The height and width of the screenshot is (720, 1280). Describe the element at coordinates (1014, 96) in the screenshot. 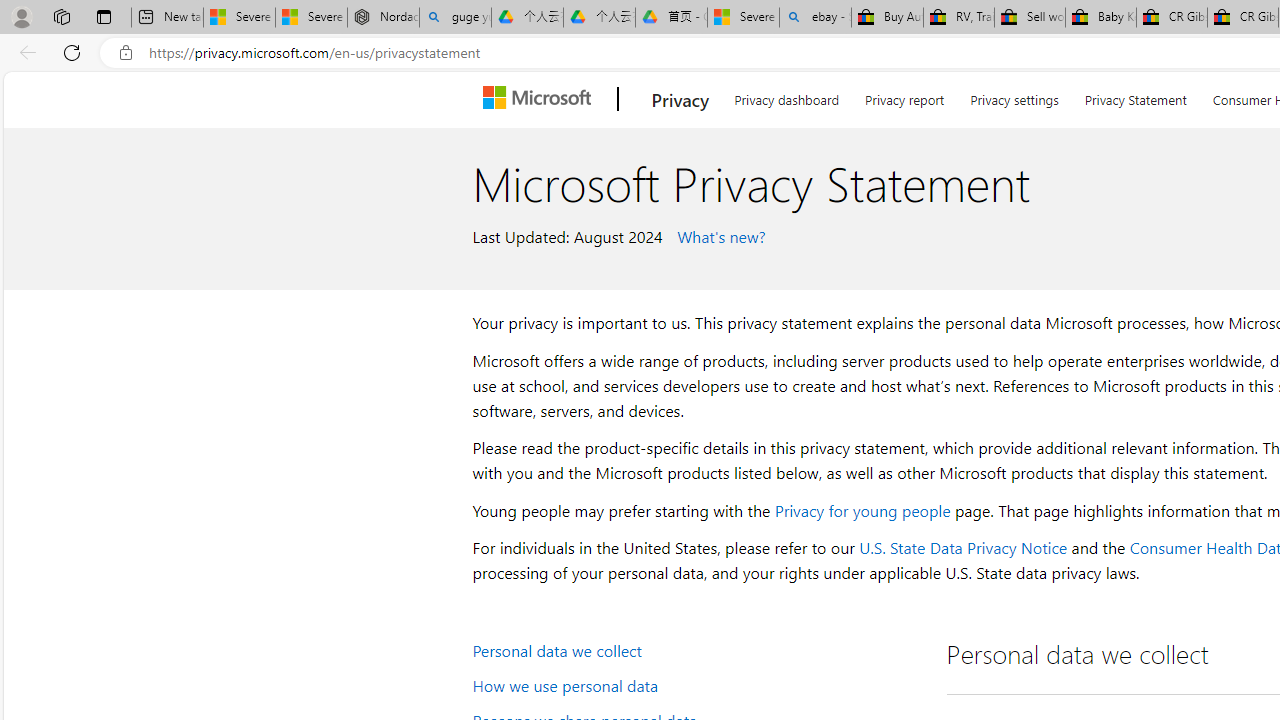

I see `'Privacy settings'` at that location.